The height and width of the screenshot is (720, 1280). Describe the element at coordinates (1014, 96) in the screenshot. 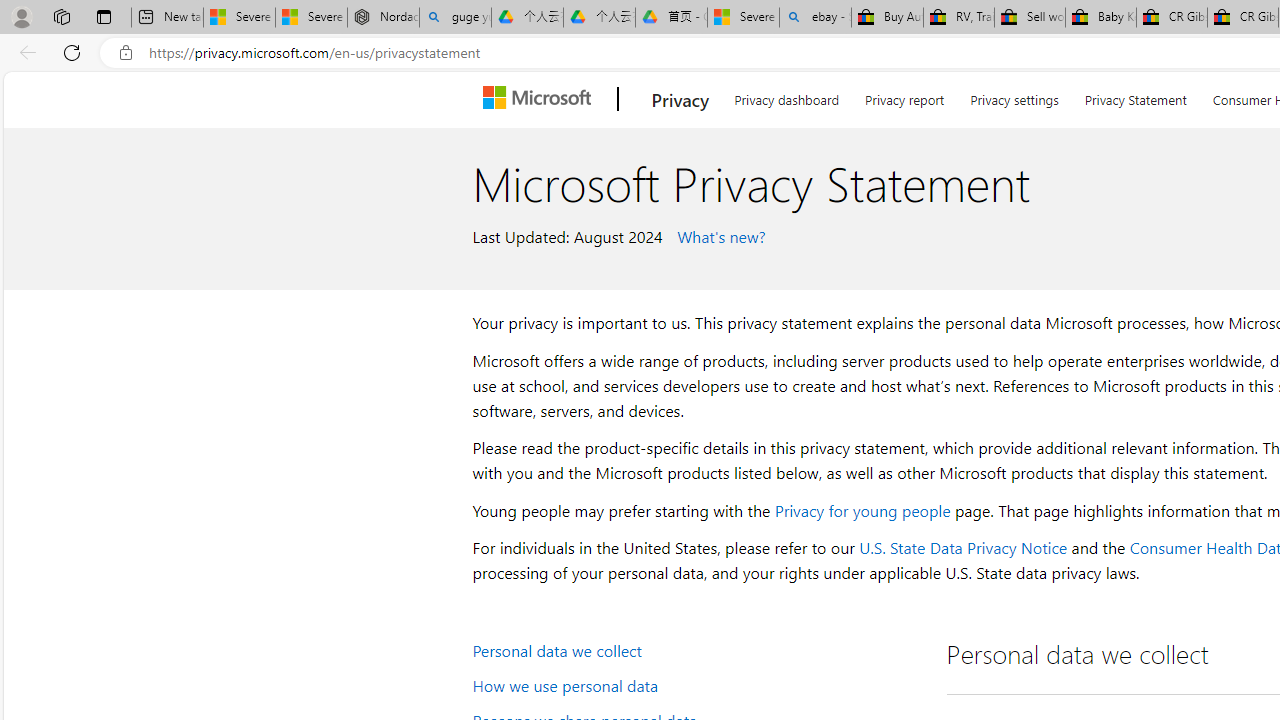

I see `'Privacy settings'` at that location.